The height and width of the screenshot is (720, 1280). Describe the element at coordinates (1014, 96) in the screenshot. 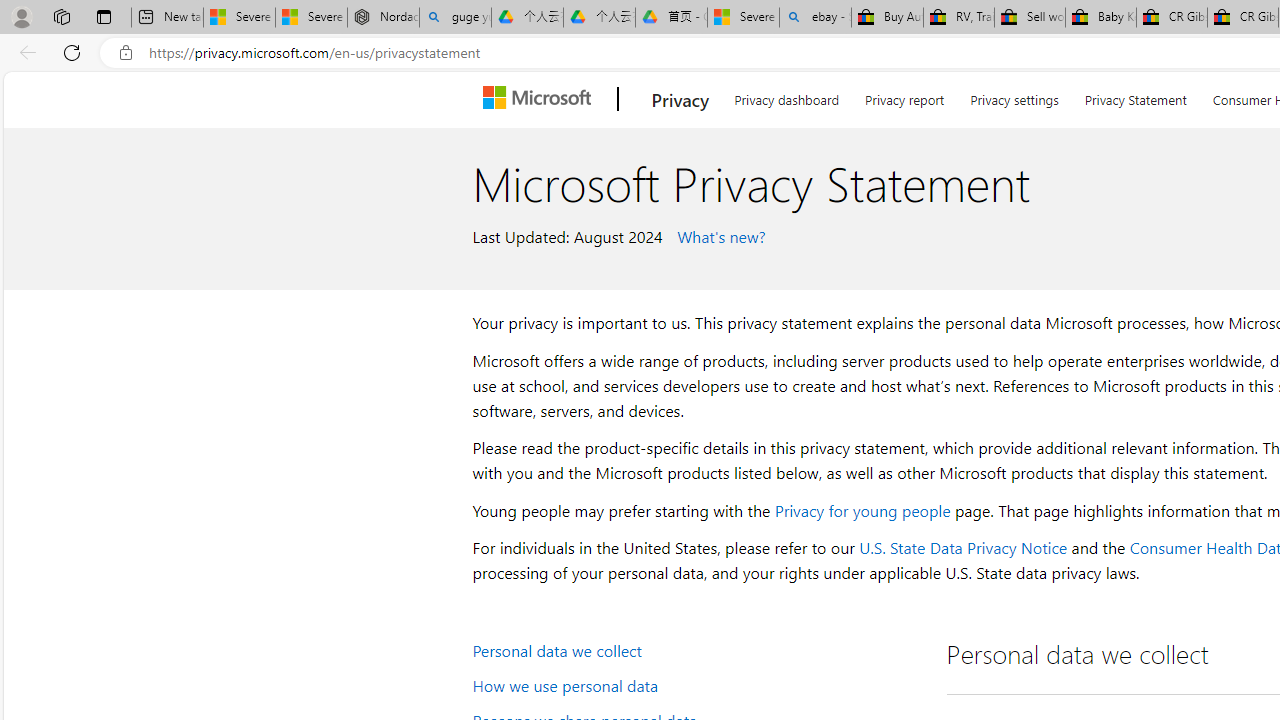

I see `'Privacy settings'` at that location.